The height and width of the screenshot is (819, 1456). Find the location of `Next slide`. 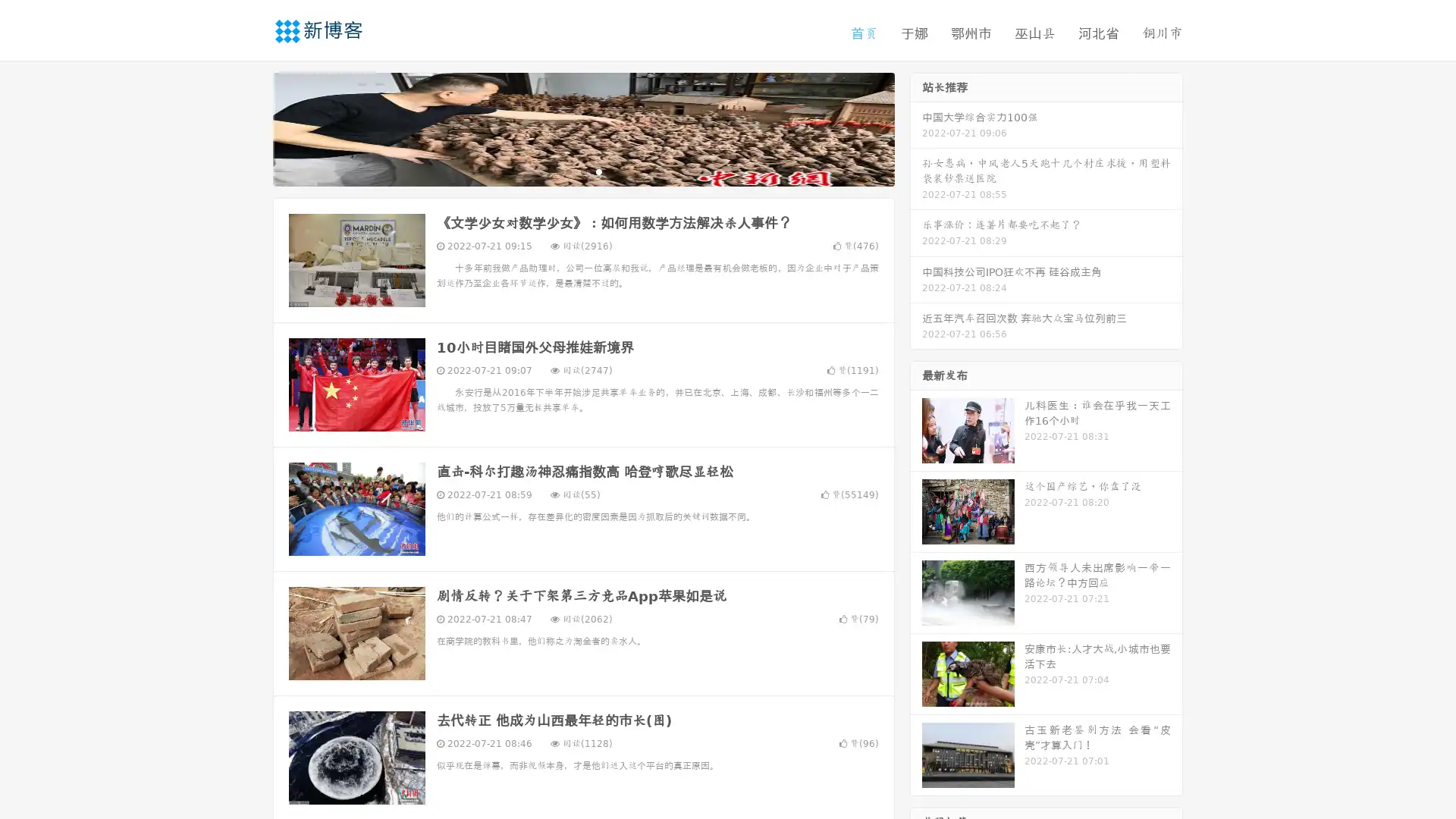

Next slide is located at coordinates (916, 127).